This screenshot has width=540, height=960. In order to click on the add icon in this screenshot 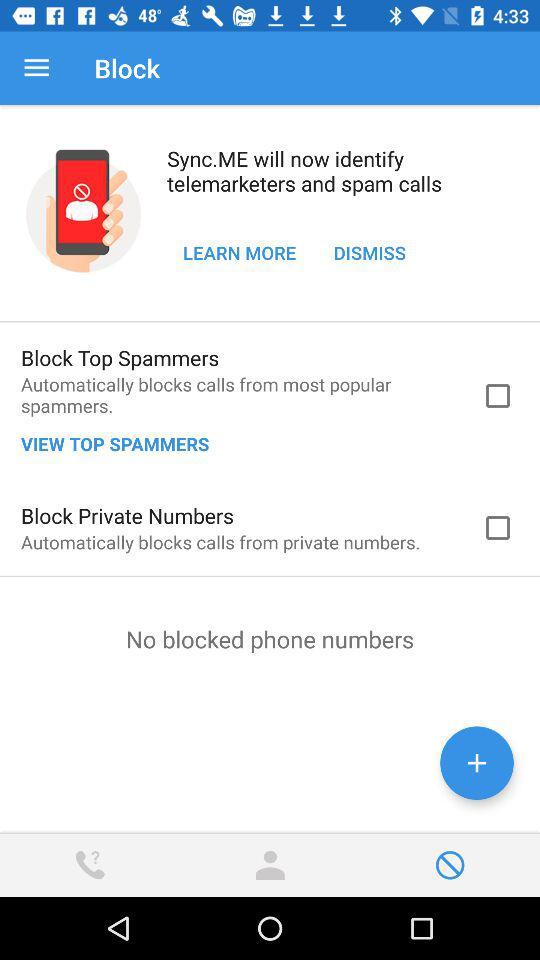, I will do `click(475, 762)`.